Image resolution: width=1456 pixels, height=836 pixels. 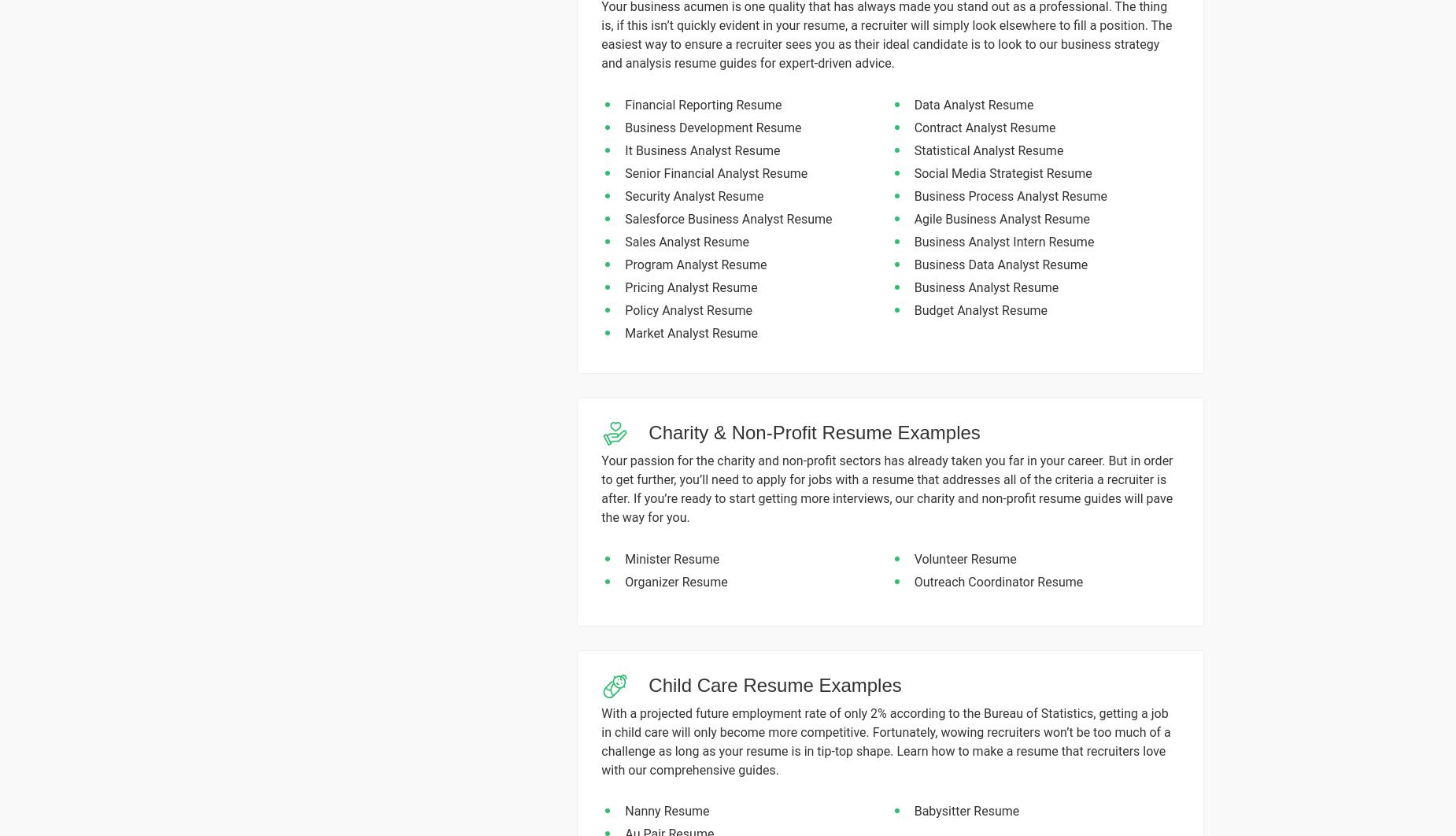 What do you see at coordinates (694, 195) in the screenshot?
I see `'Security Analyst Resume'` at bounding box center [694, 195].